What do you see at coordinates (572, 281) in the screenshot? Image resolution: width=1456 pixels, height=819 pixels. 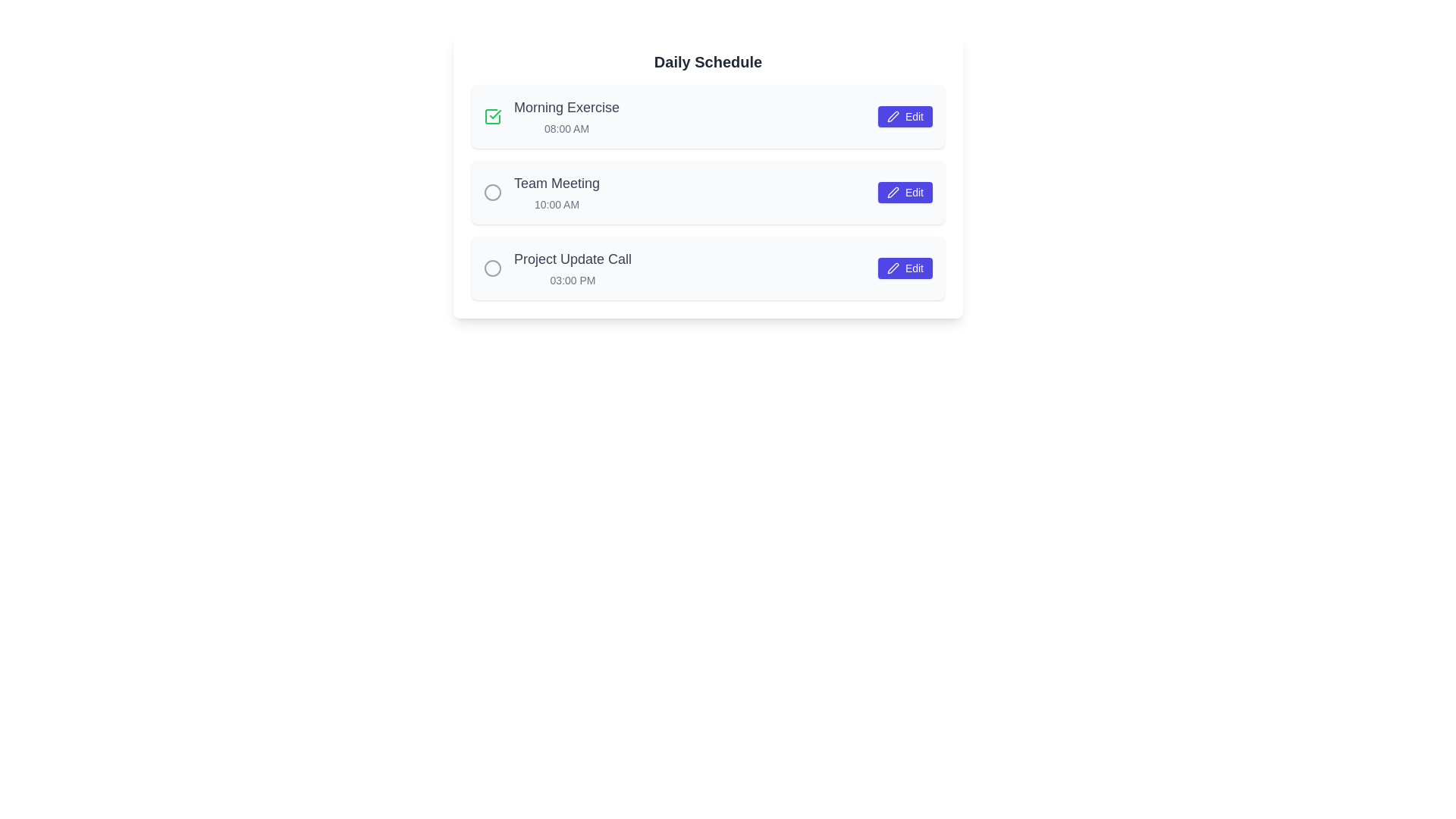 I see `the text label displaying '03:00 PM', which is located below the title 'Project Update Call'` at bounding box center [572, 281].